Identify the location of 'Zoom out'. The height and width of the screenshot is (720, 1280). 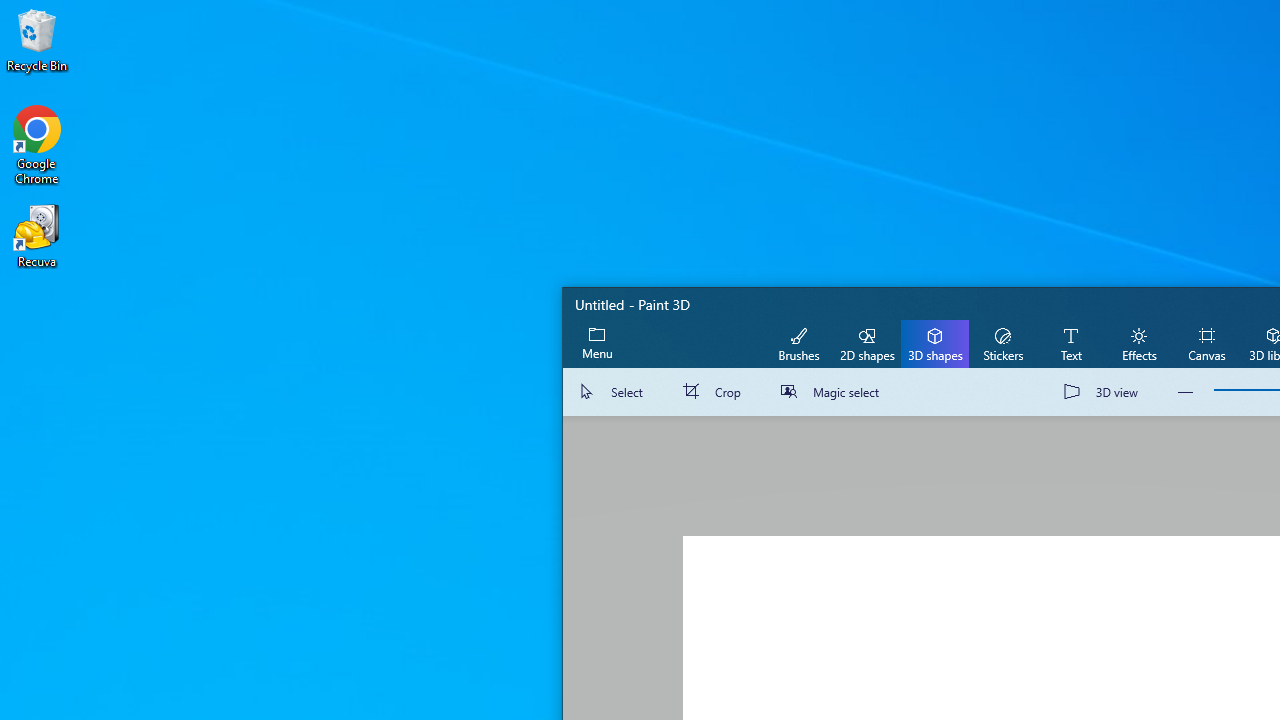
(1185, 392).